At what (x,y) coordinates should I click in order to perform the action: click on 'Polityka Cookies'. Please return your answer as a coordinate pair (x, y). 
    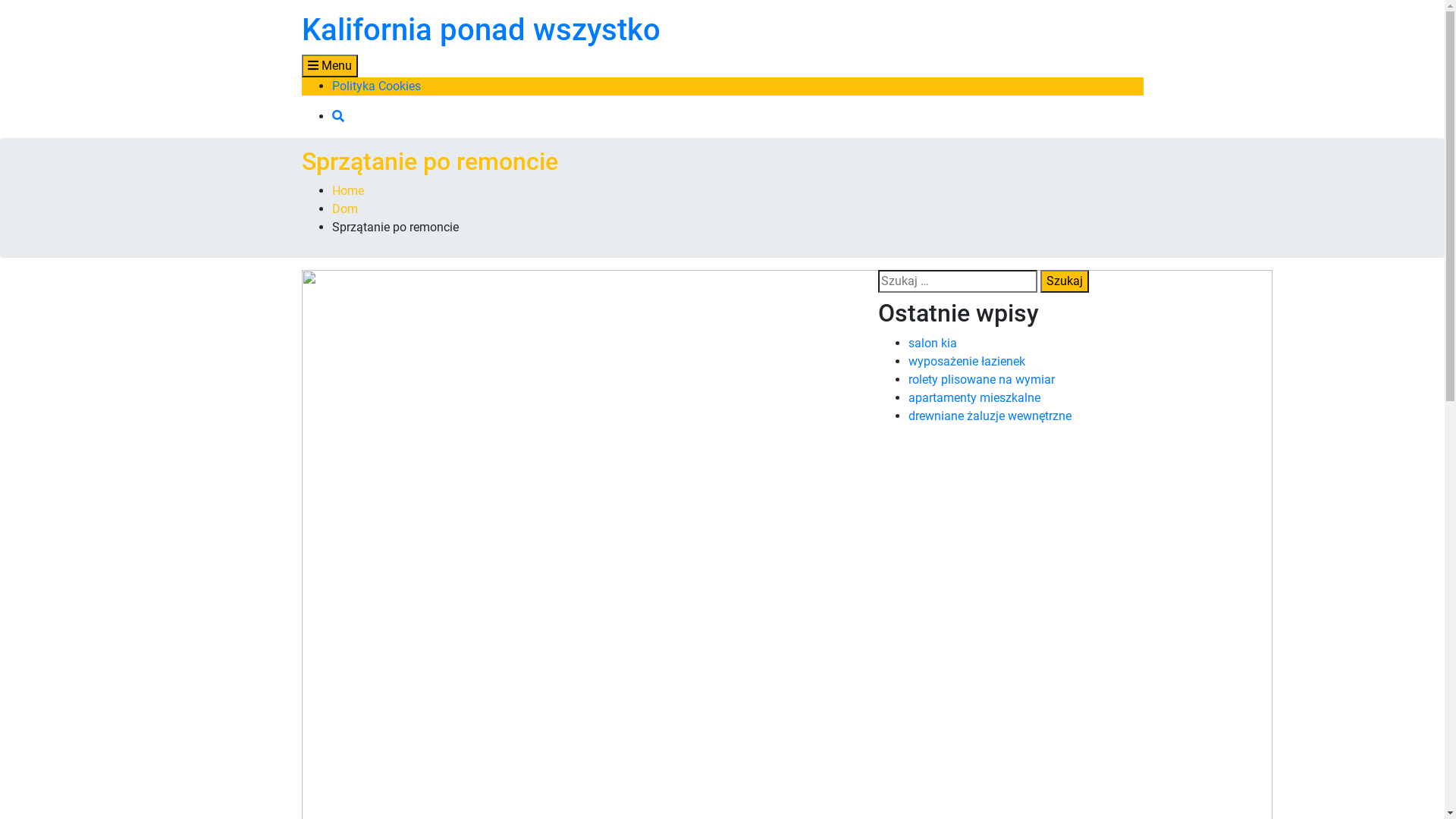
    Looking at the image, I should click on (331, 86).